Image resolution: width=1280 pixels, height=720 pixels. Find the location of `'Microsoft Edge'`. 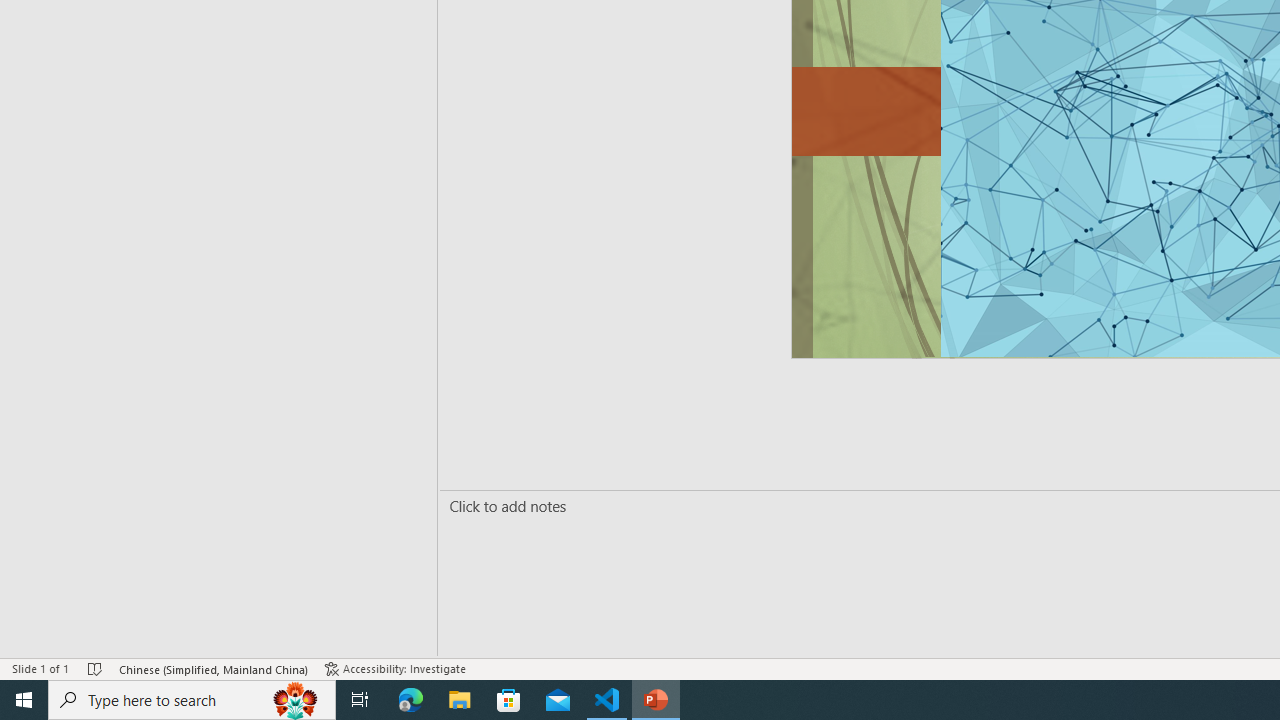

'Microsoft Edge' is located at coordinates (410, 698).